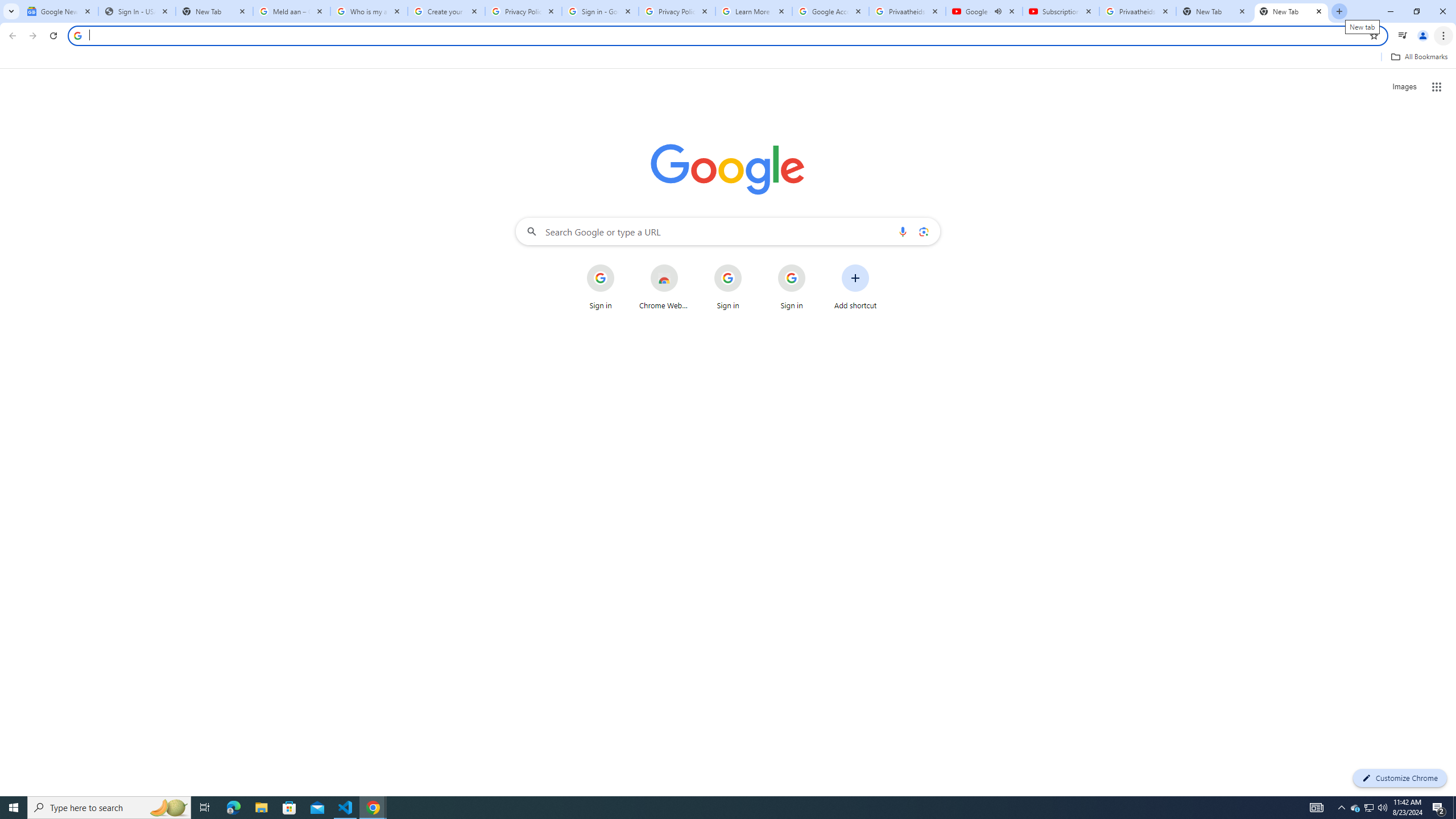 This screenshot has height=819, width=1456. What do you see at coordinates (686, 266) in the screenshot?
I see `'More actions for Chrome Web Store shortcut'` at bounding box center [686, 266].